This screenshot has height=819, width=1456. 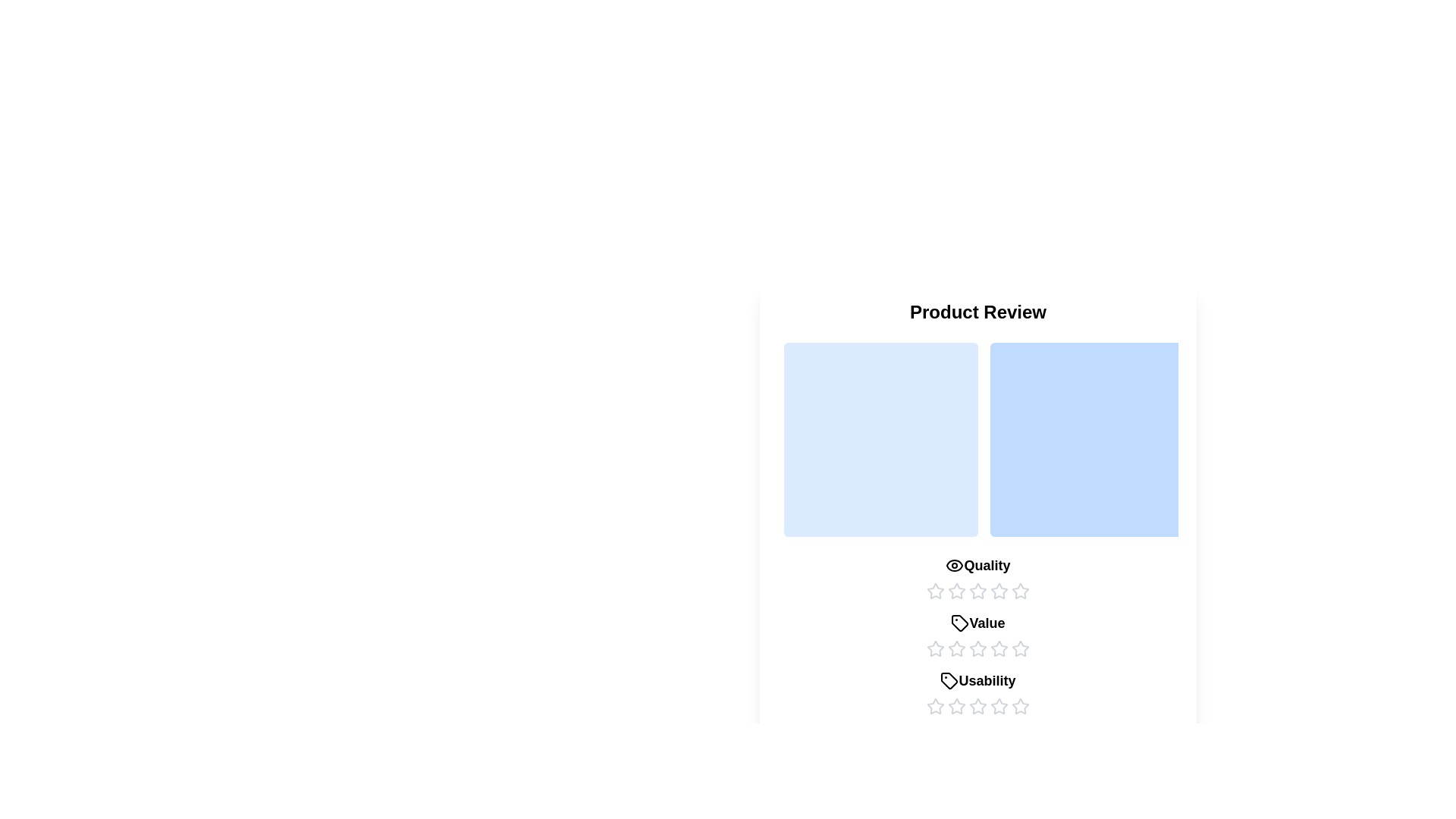 What do you see at coordinates (959, 623) in the screenshot?
I see `the icon for the category Value` at bounding box center [959, 623].